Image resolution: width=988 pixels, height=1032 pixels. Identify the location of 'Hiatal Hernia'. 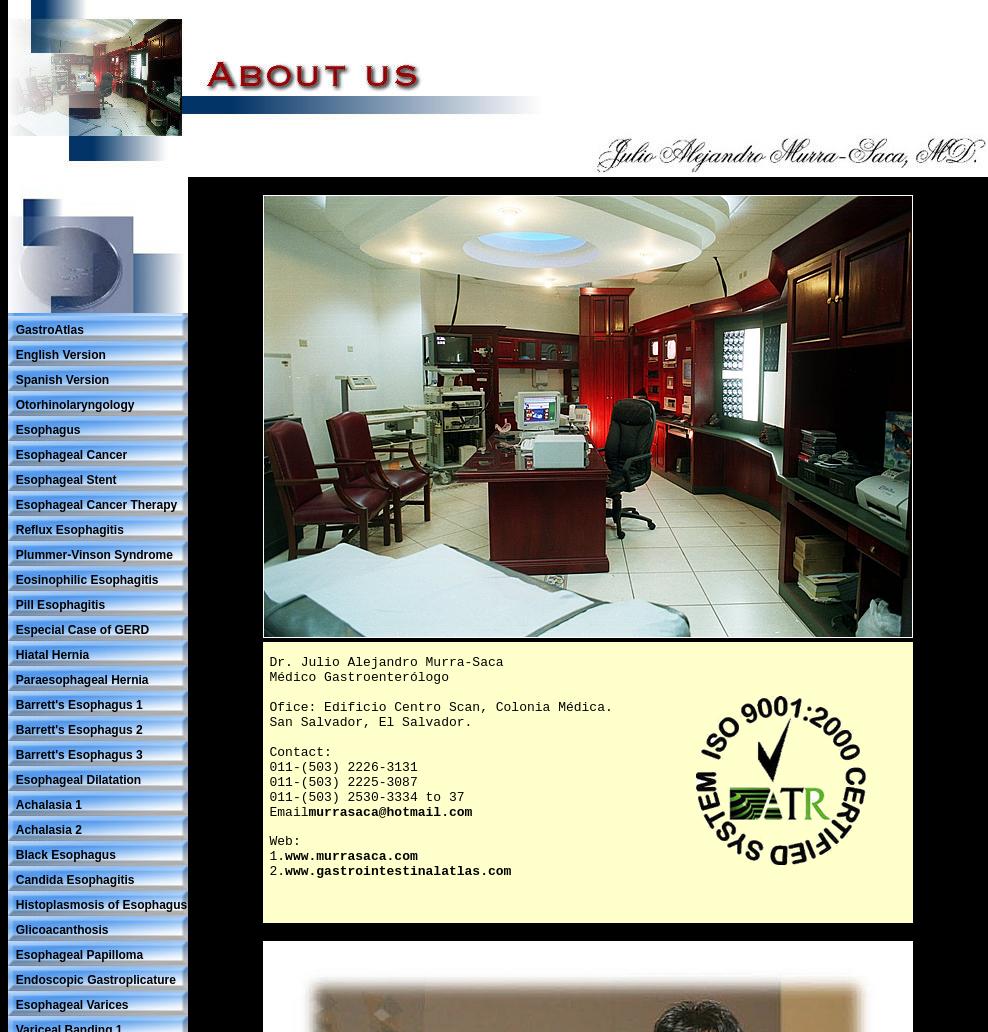
(50, 652).